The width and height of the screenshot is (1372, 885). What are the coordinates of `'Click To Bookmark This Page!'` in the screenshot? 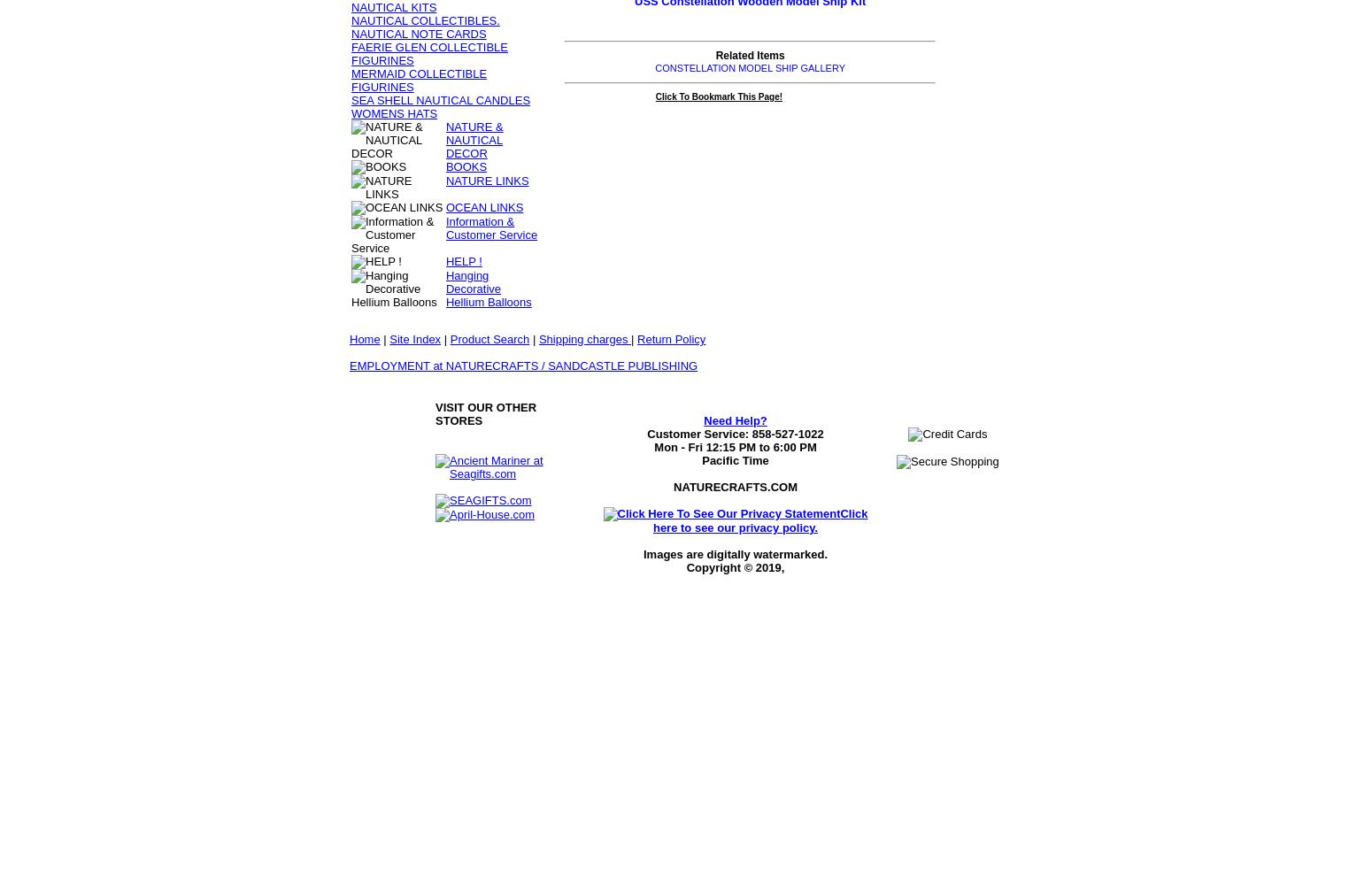 It's located at (718, 96).